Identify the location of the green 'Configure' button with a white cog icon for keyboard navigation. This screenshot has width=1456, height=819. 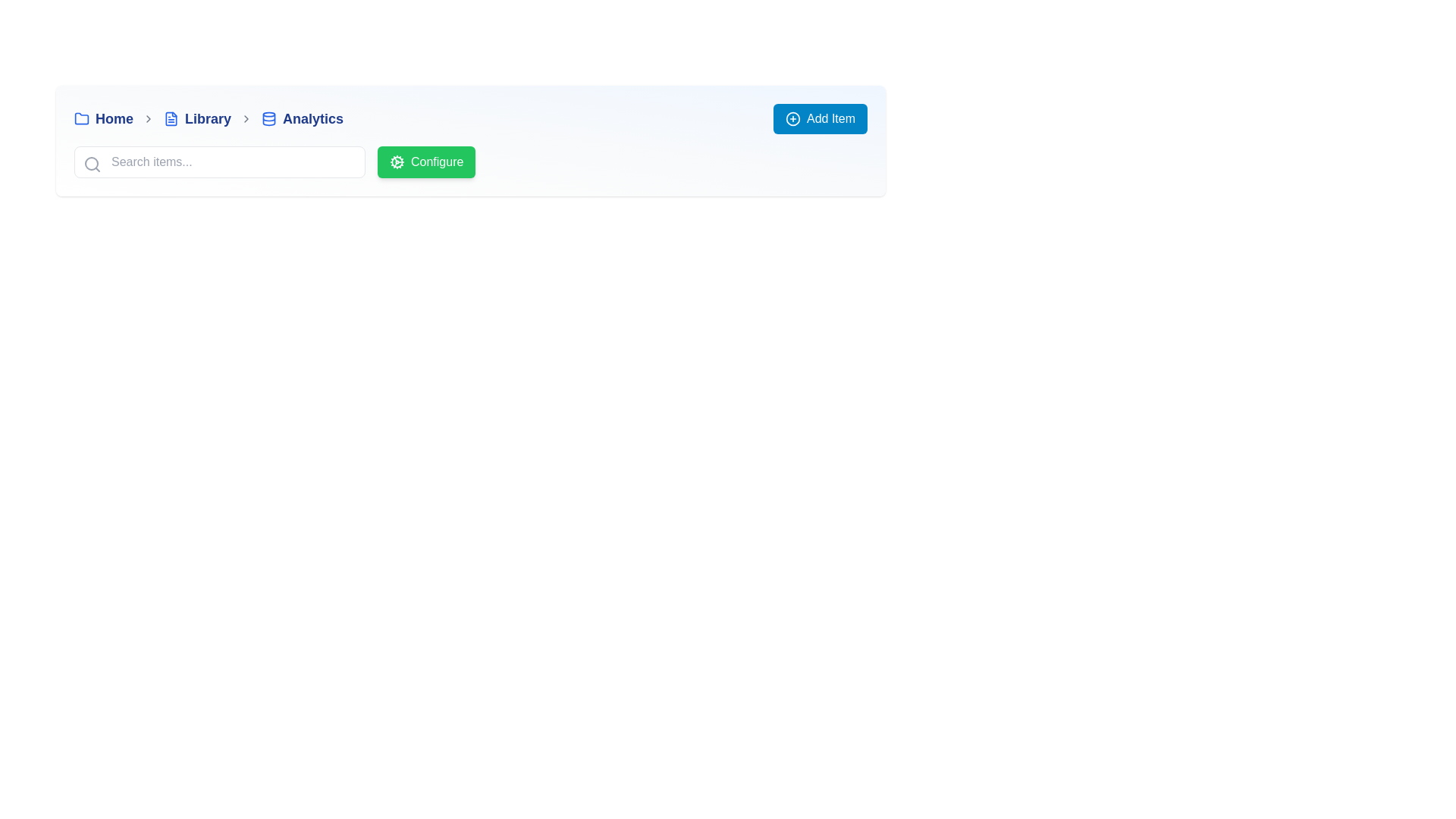
(469, 162).